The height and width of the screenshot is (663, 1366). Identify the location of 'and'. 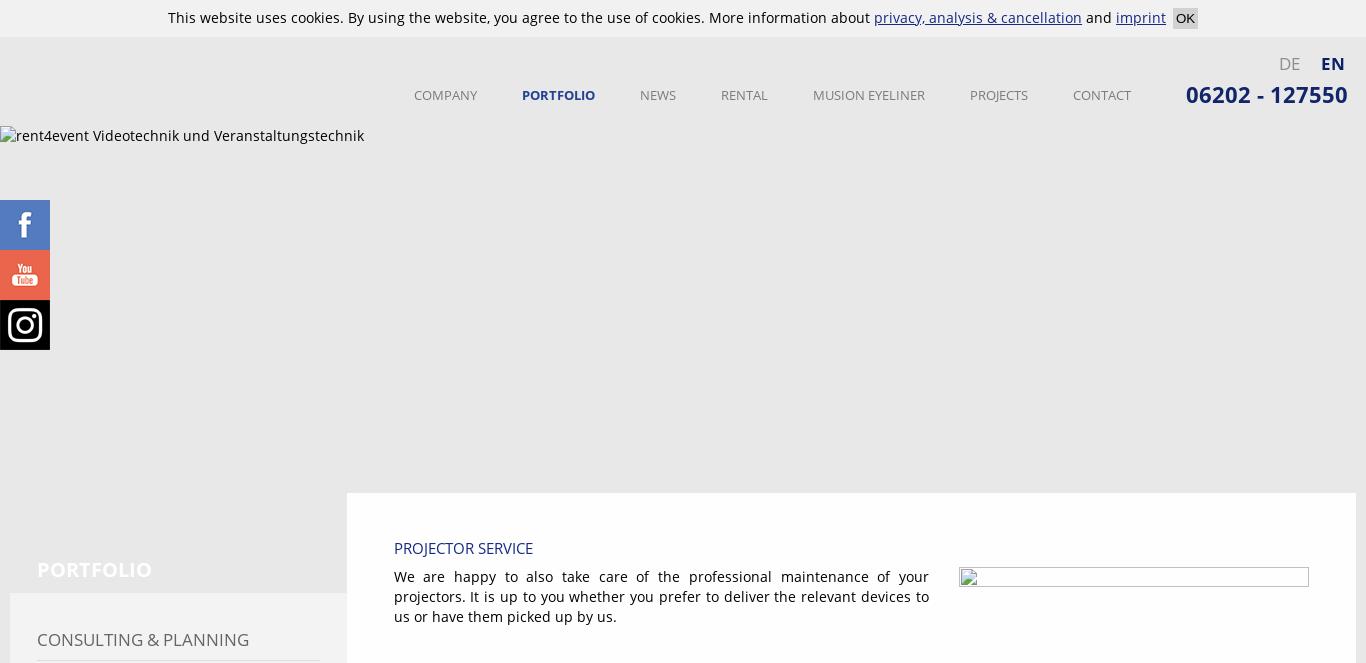
(1081, 17).